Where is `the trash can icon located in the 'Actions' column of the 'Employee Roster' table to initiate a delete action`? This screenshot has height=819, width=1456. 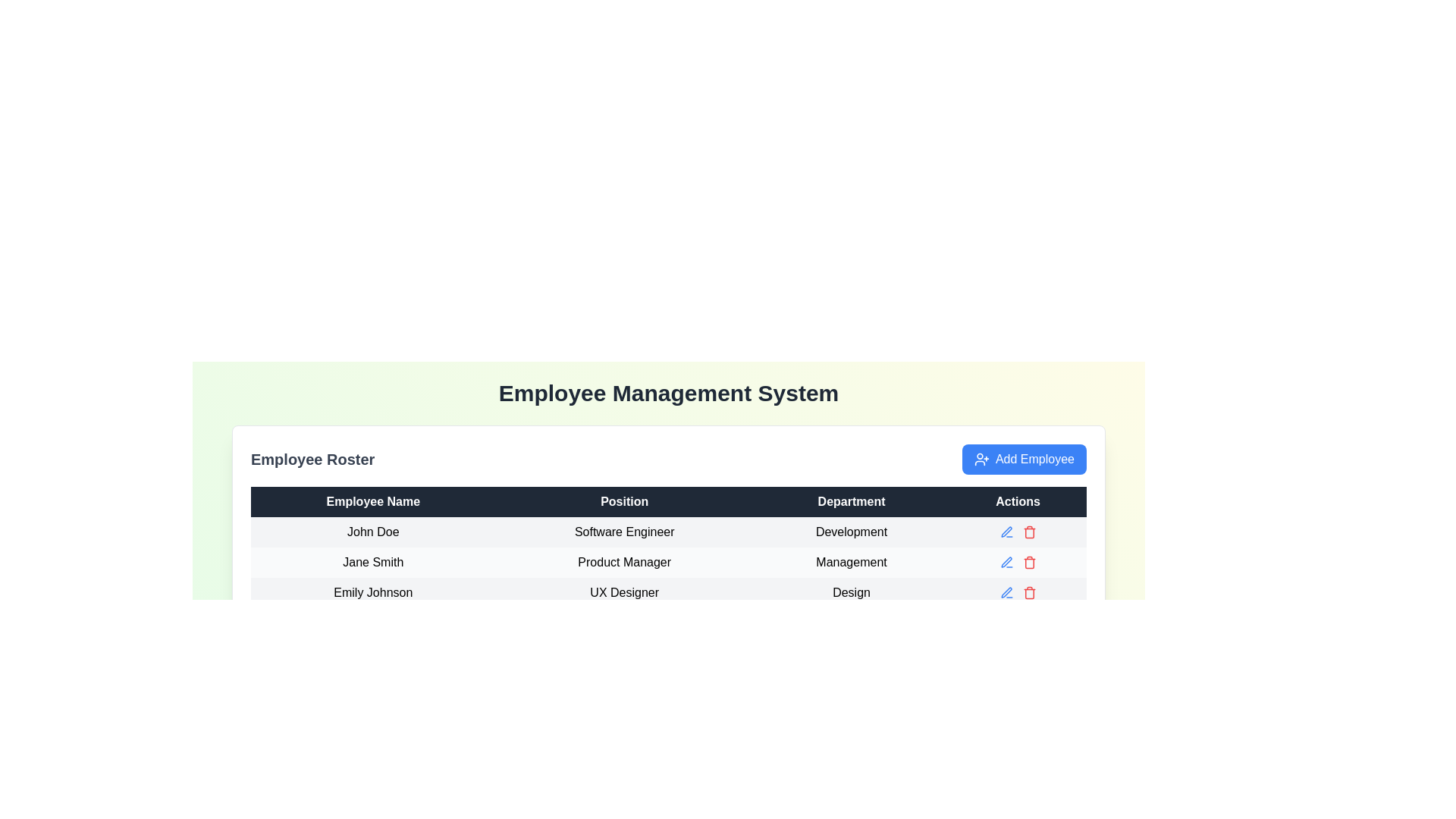 the trash can icon located in the 'Actions' column of the 'Employee Roster' table to initiate a delete action is located at coordinates (1029, 532).